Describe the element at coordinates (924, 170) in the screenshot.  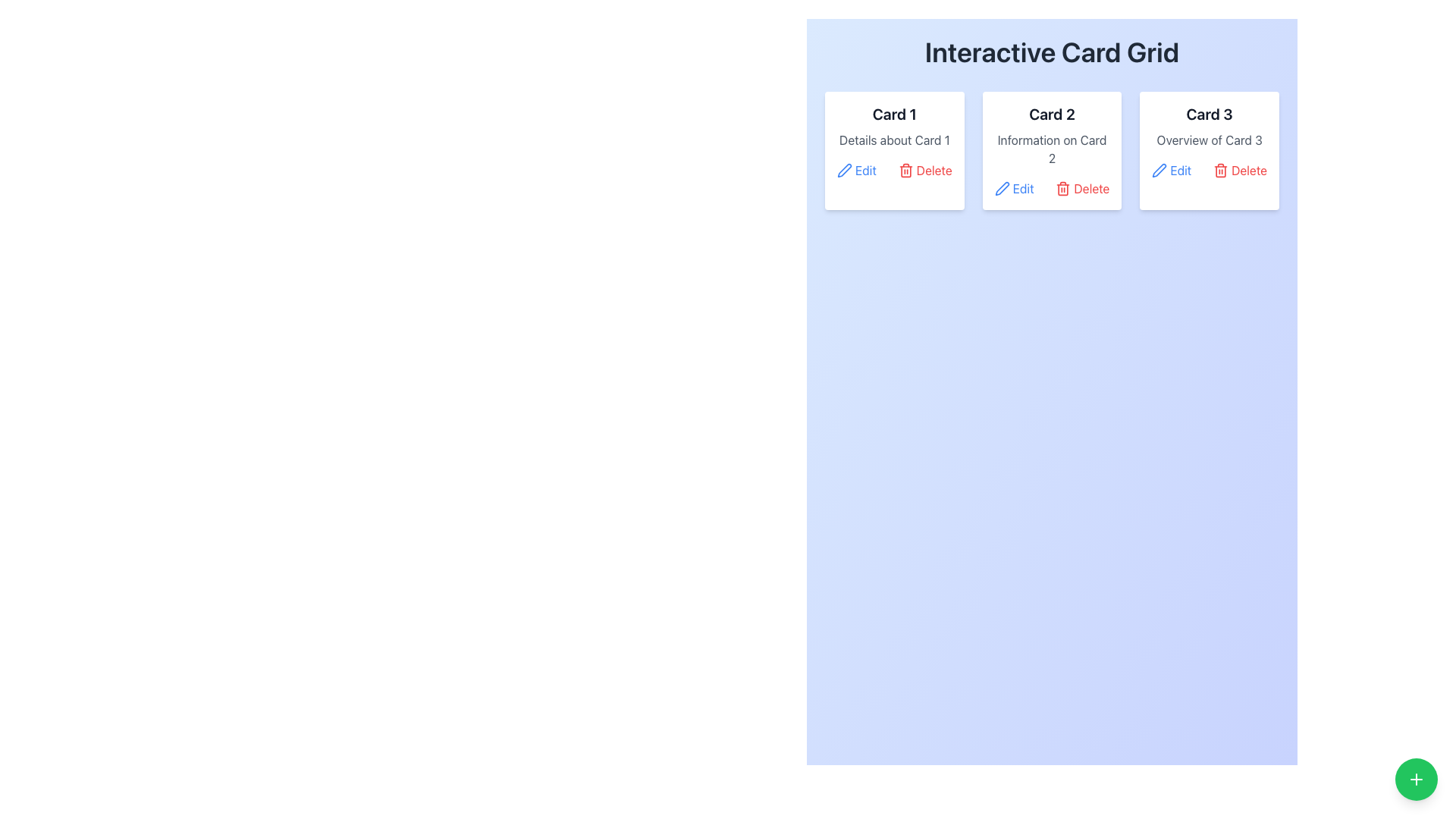
I see `the delete button located directly to the right of the blue-colored 'Edit' button in the action row below the card` at that location.